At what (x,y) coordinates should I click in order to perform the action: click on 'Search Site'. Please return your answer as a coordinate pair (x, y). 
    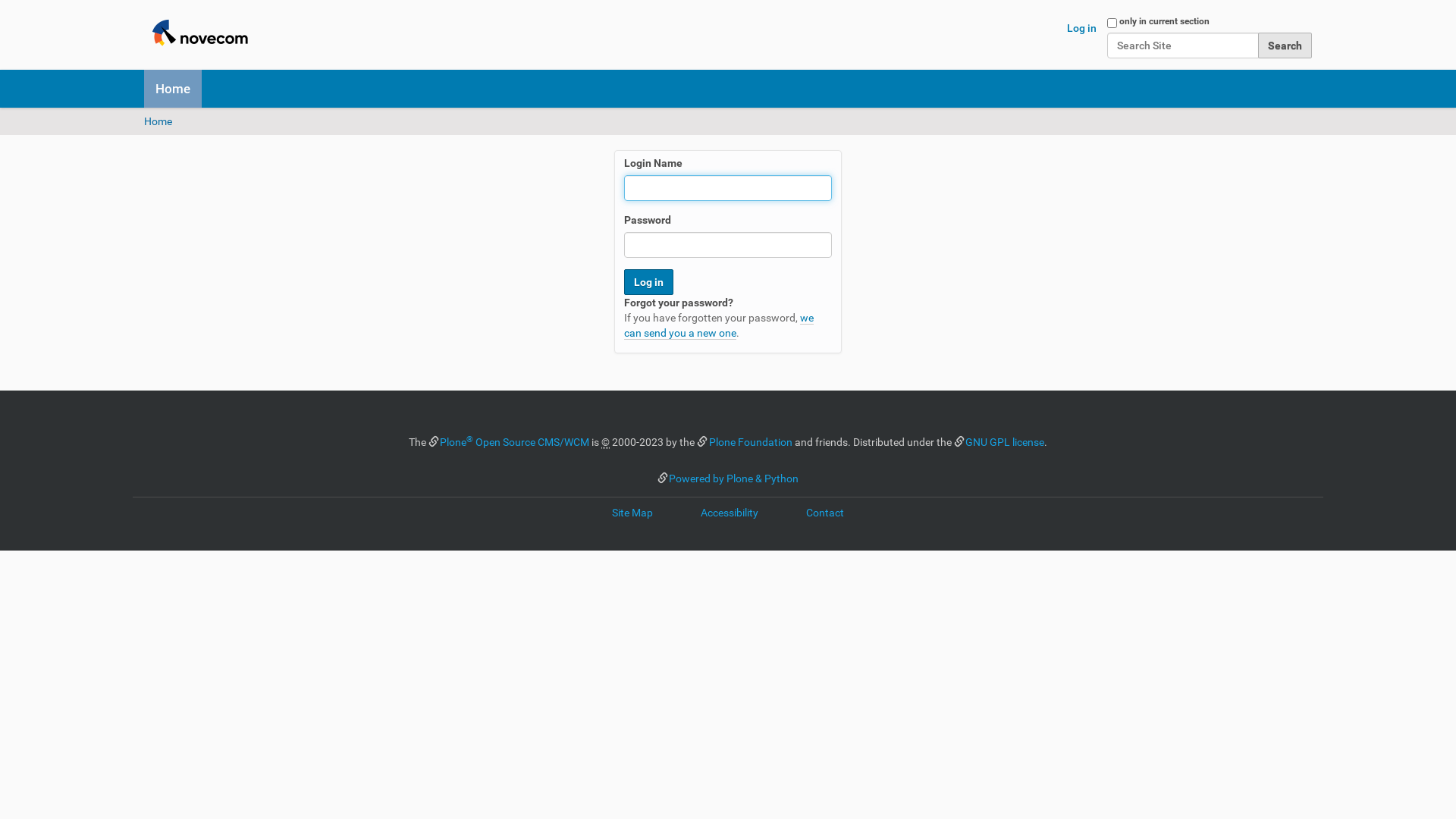
    Looking at the image, I should click on (1106, 45).